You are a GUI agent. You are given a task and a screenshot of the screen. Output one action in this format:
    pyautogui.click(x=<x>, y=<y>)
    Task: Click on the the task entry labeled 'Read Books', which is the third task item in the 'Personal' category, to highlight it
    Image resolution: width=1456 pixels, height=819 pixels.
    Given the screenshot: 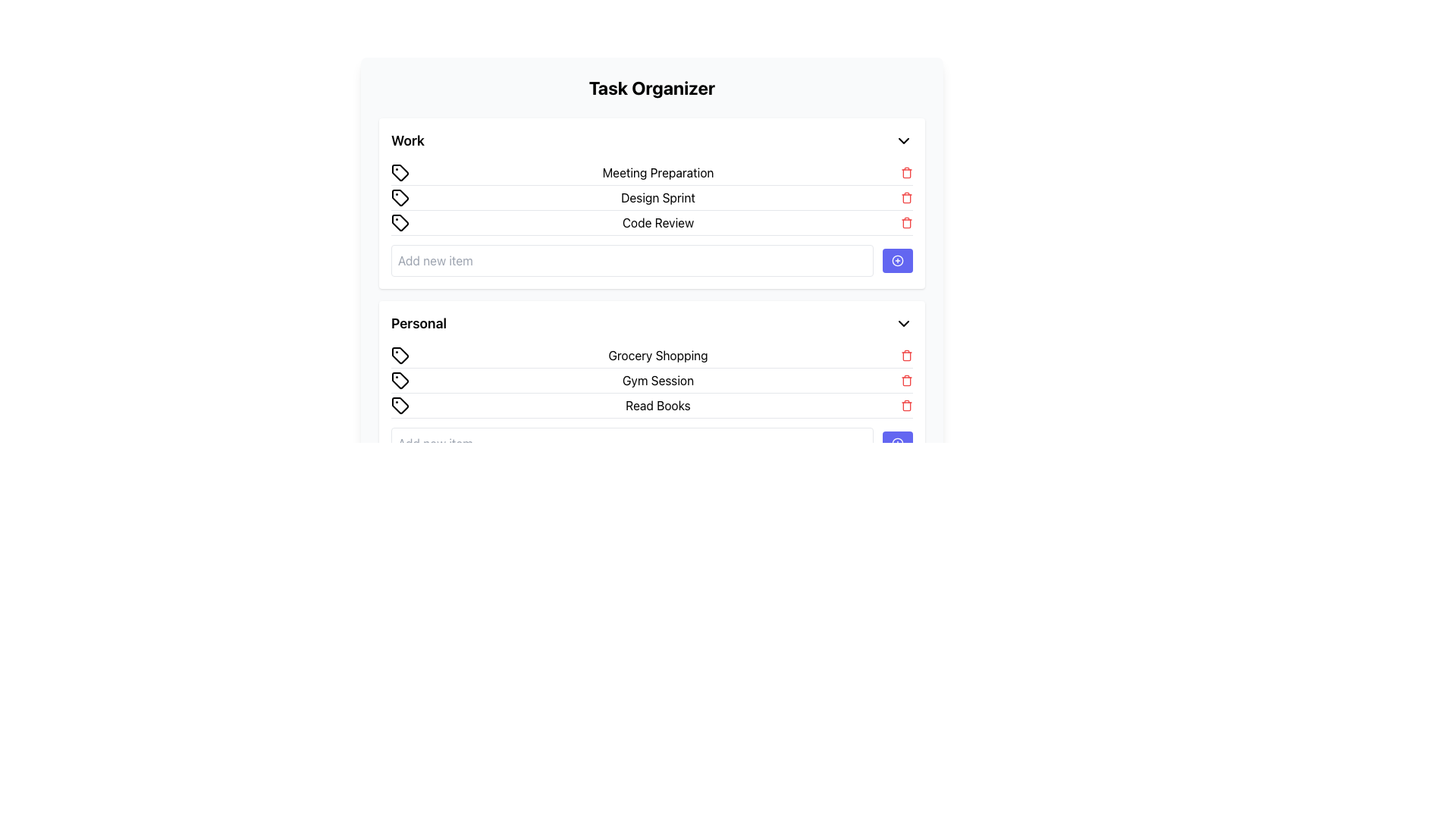 What is the action you would take?
    pyautogui.click(x=651, y=400)
    